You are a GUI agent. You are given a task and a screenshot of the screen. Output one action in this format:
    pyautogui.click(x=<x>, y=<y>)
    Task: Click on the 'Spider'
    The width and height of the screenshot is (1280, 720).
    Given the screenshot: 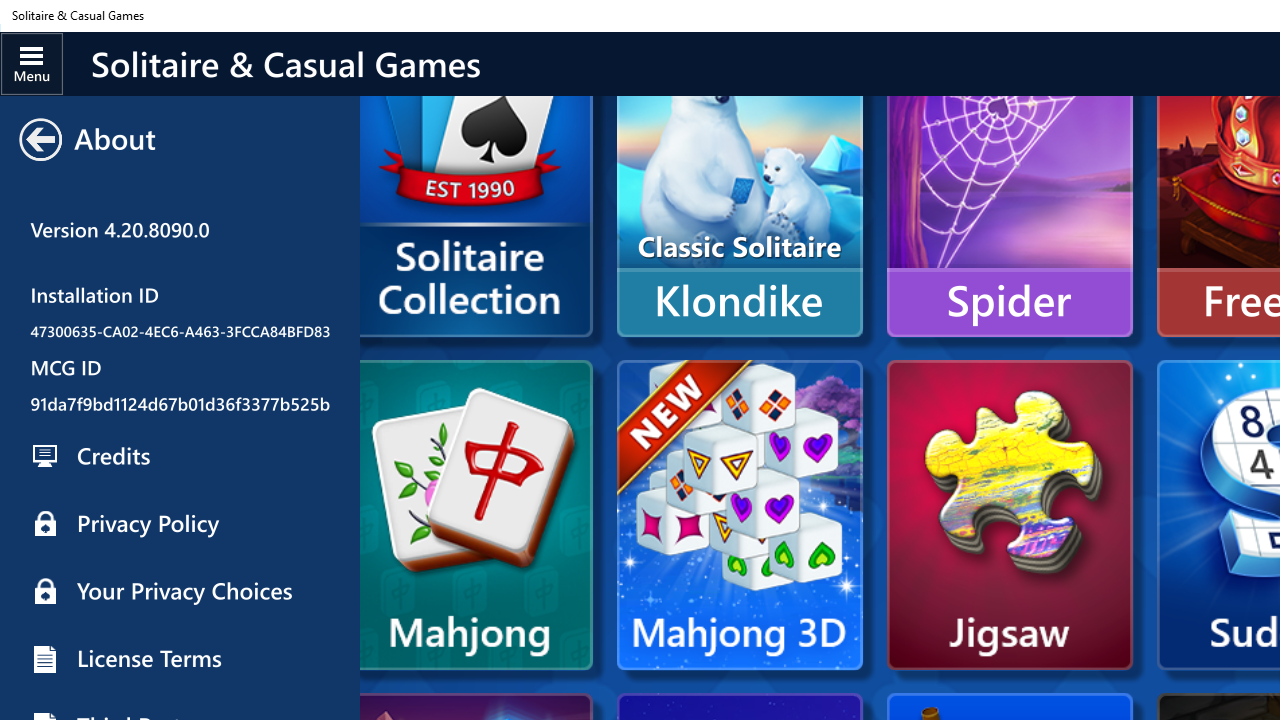 What is the action you would take?
    pyautogui.click(x=1009, y=182)
    